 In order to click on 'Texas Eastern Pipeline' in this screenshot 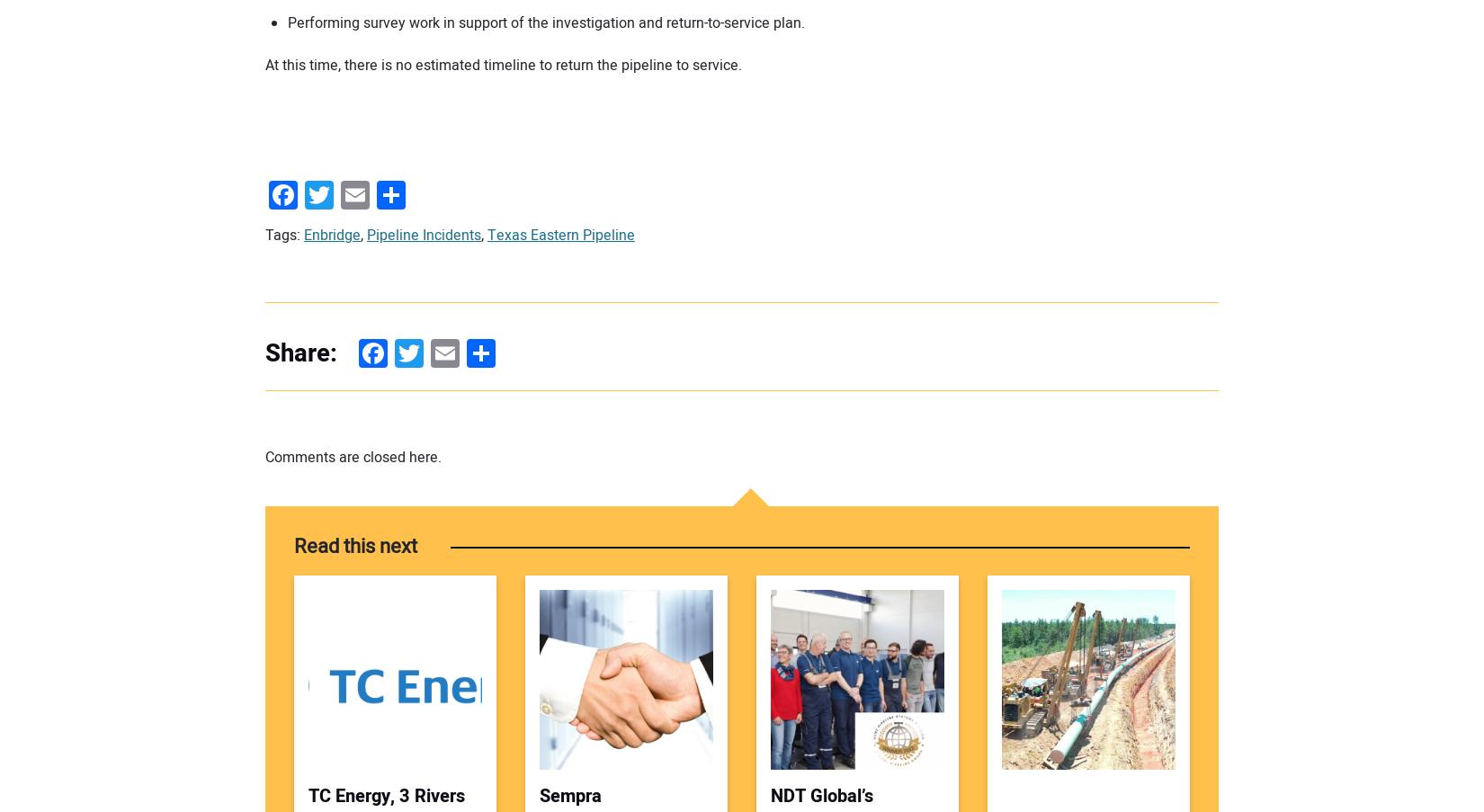, I will do `click(560, 233)`.